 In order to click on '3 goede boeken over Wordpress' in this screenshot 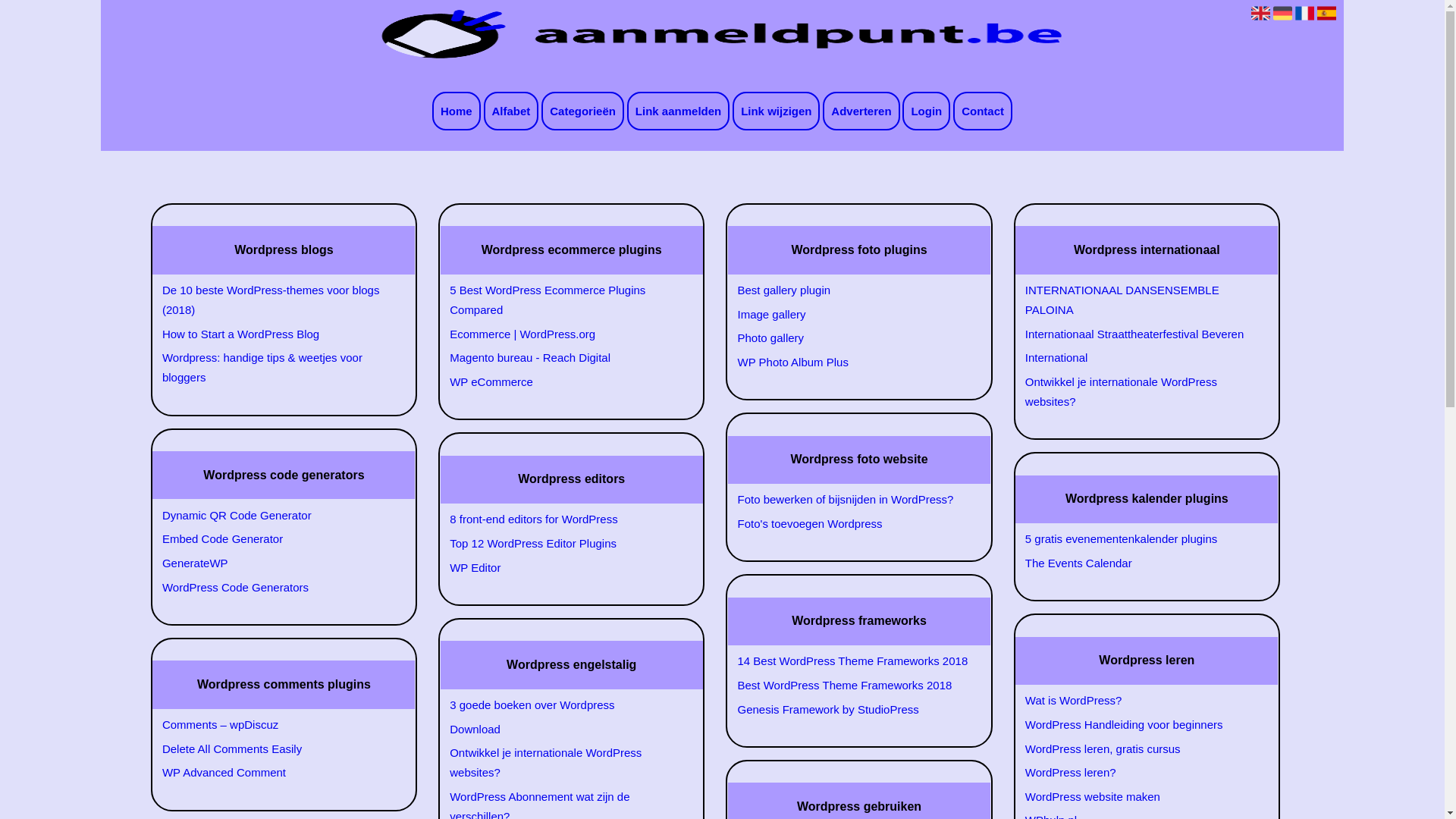, I will do `click(441, 704)`.